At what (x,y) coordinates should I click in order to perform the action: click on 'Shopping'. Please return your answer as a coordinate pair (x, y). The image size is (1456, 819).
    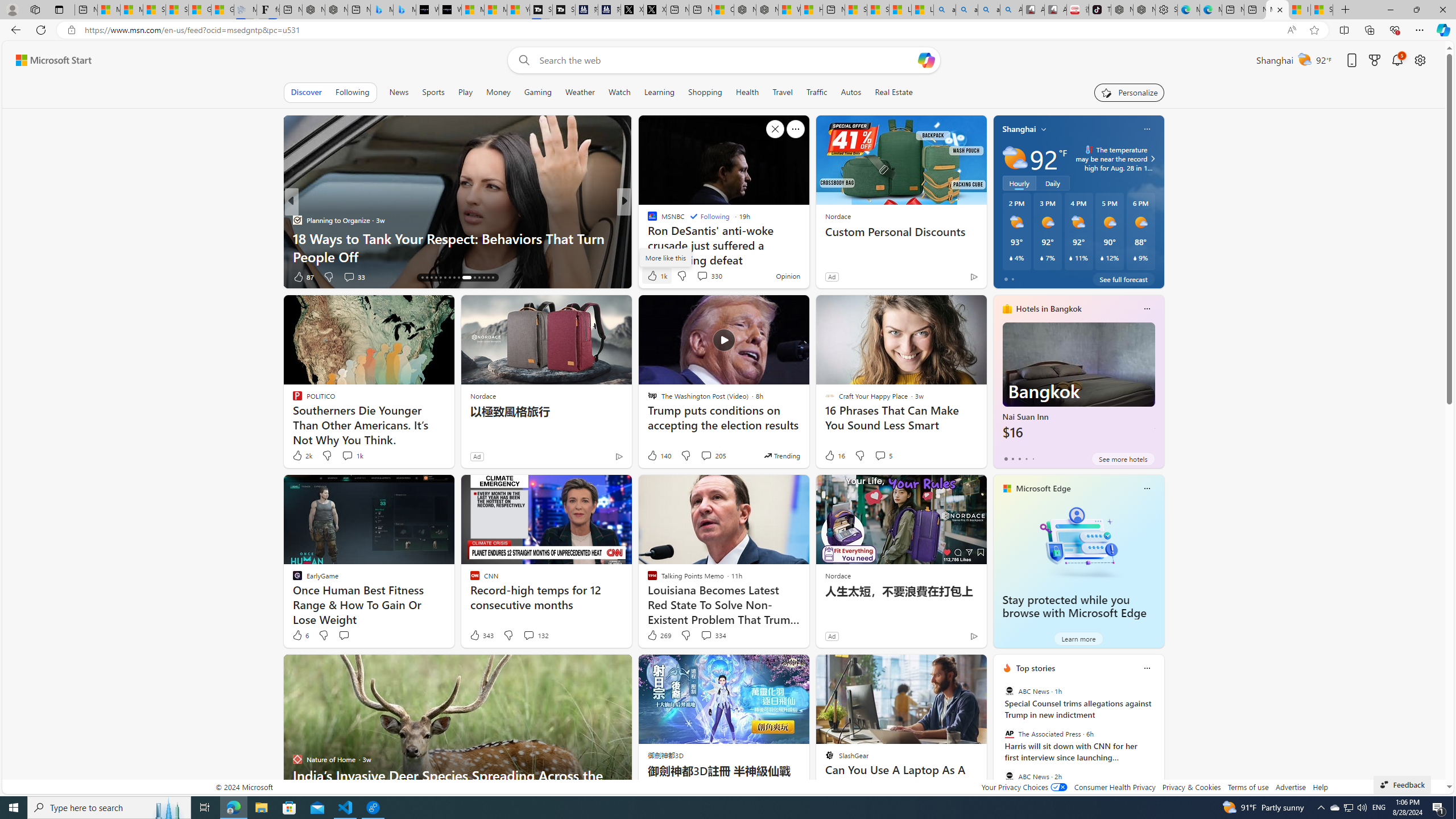
    Looking at the image, I should click on (705, 92).